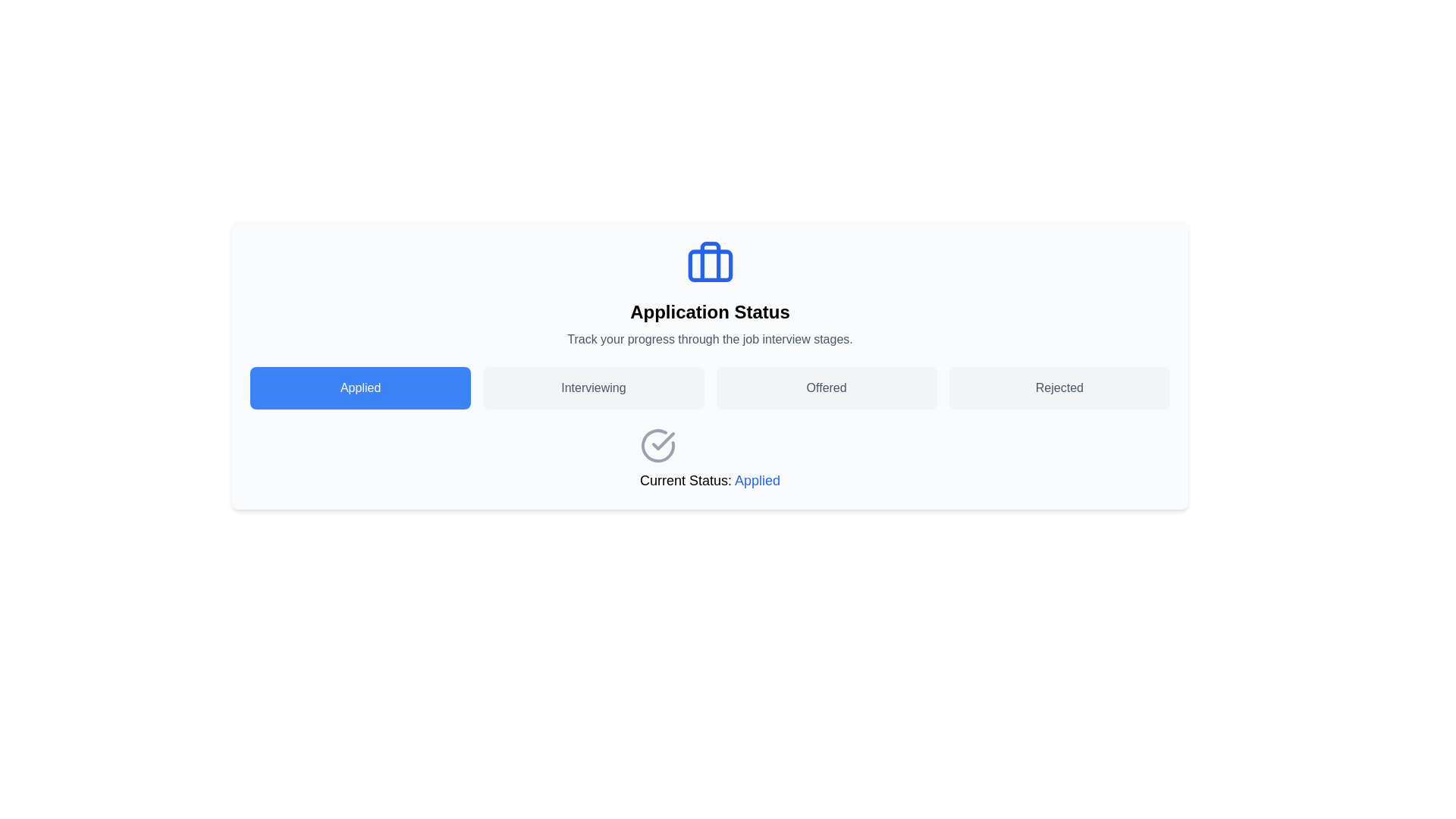 The height and width of the screenshot is (819, 1456). Describe the element at coordinates (592, 388) in the screenshot. I see `the 'Interviewing' button, which is a rectangular button with rounded corners, light gray background, and dark gray text, located between the 'Applied' and 'Offered' buttons` at that location.